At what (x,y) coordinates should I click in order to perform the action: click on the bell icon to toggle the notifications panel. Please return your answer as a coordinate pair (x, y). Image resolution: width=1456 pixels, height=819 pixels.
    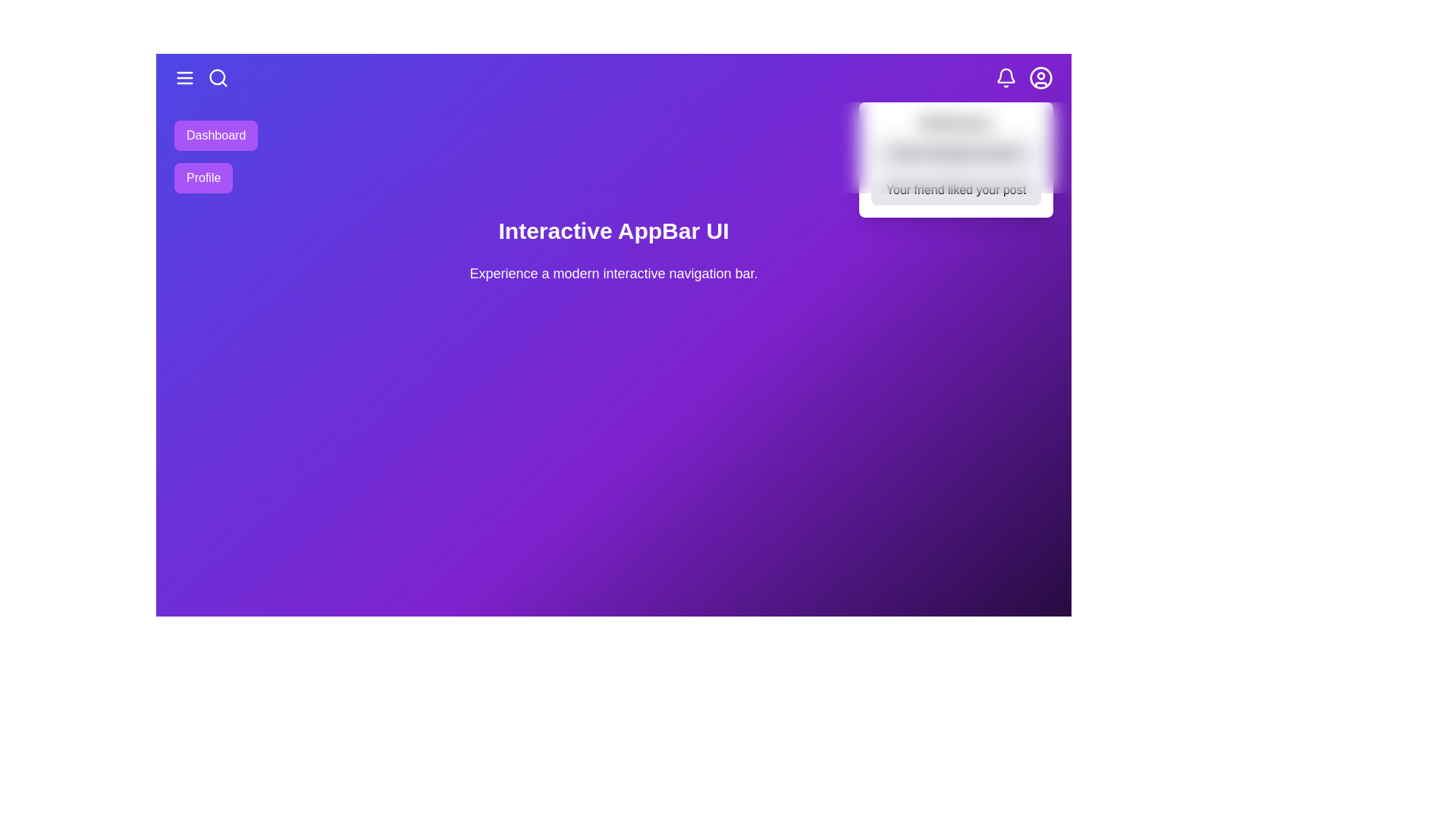
    Looking at the image, I should click on (1006, 78).